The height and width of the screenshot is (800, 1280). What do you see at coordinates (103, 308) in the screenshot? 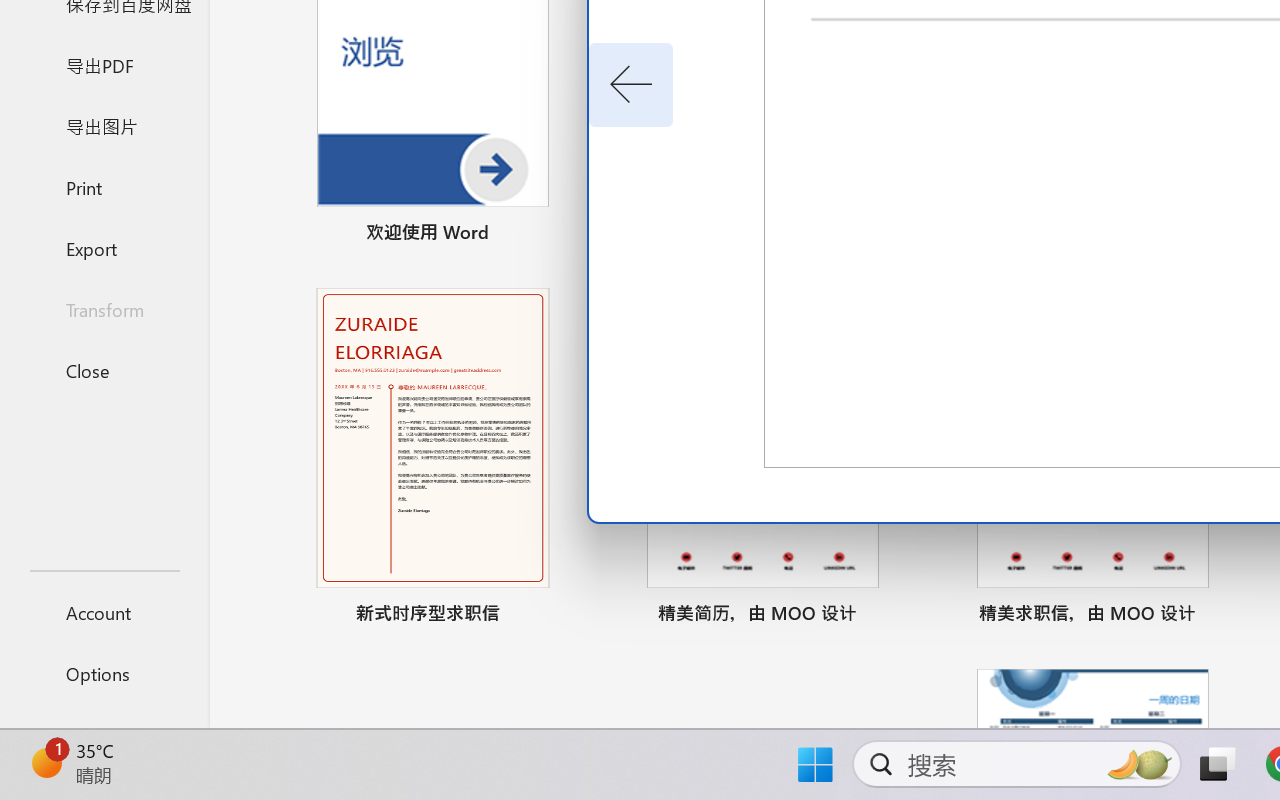
I see `'Transform'` at bounding box center [103, 308].